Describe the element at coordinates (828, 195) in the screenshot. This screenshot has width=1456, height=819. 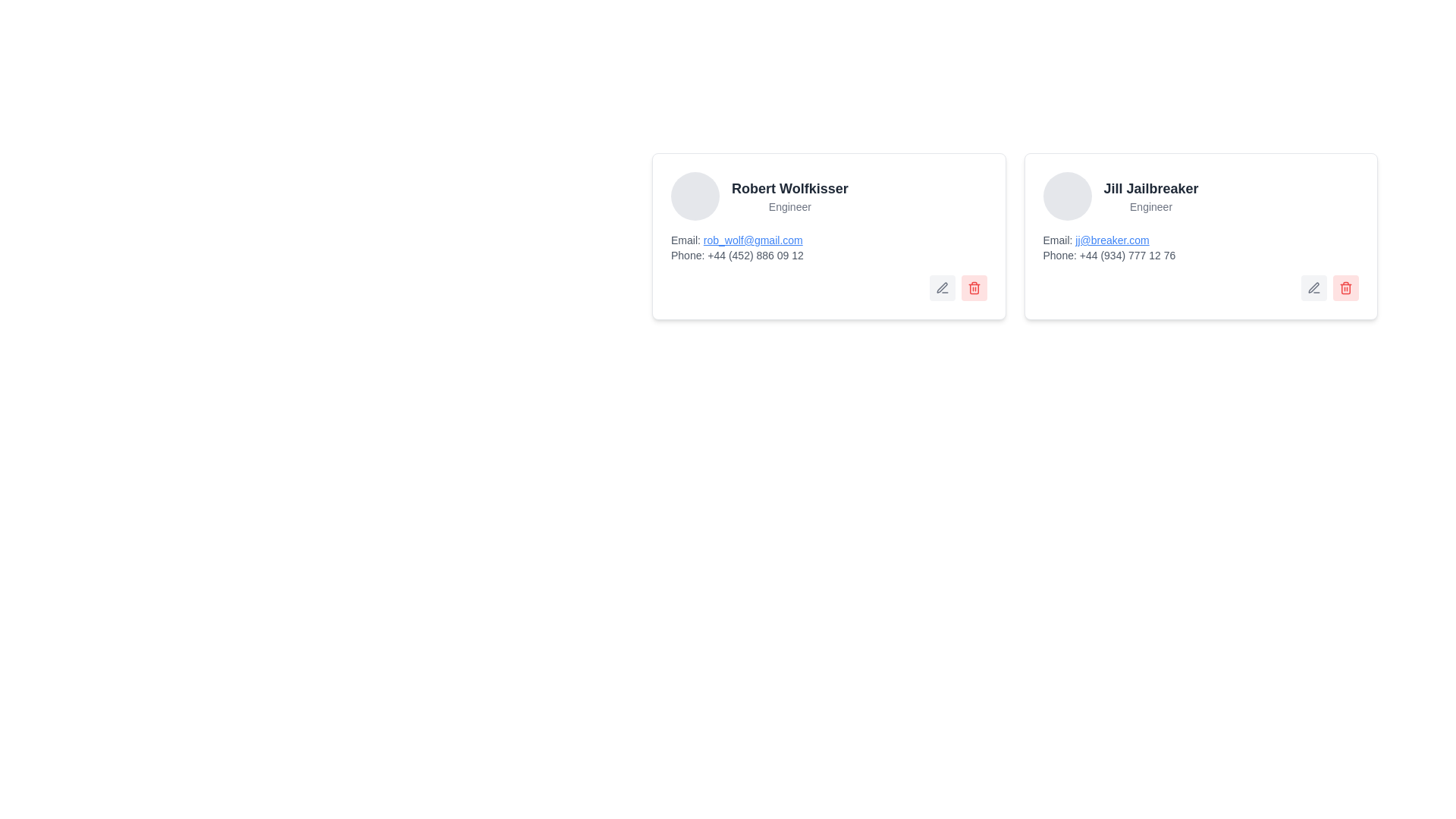
I see `displayed name 'Robert Wolfkisser' and role 'Engineer' from the bold text label located at the top section of the card component on the left side of a two-card layout` at that location.